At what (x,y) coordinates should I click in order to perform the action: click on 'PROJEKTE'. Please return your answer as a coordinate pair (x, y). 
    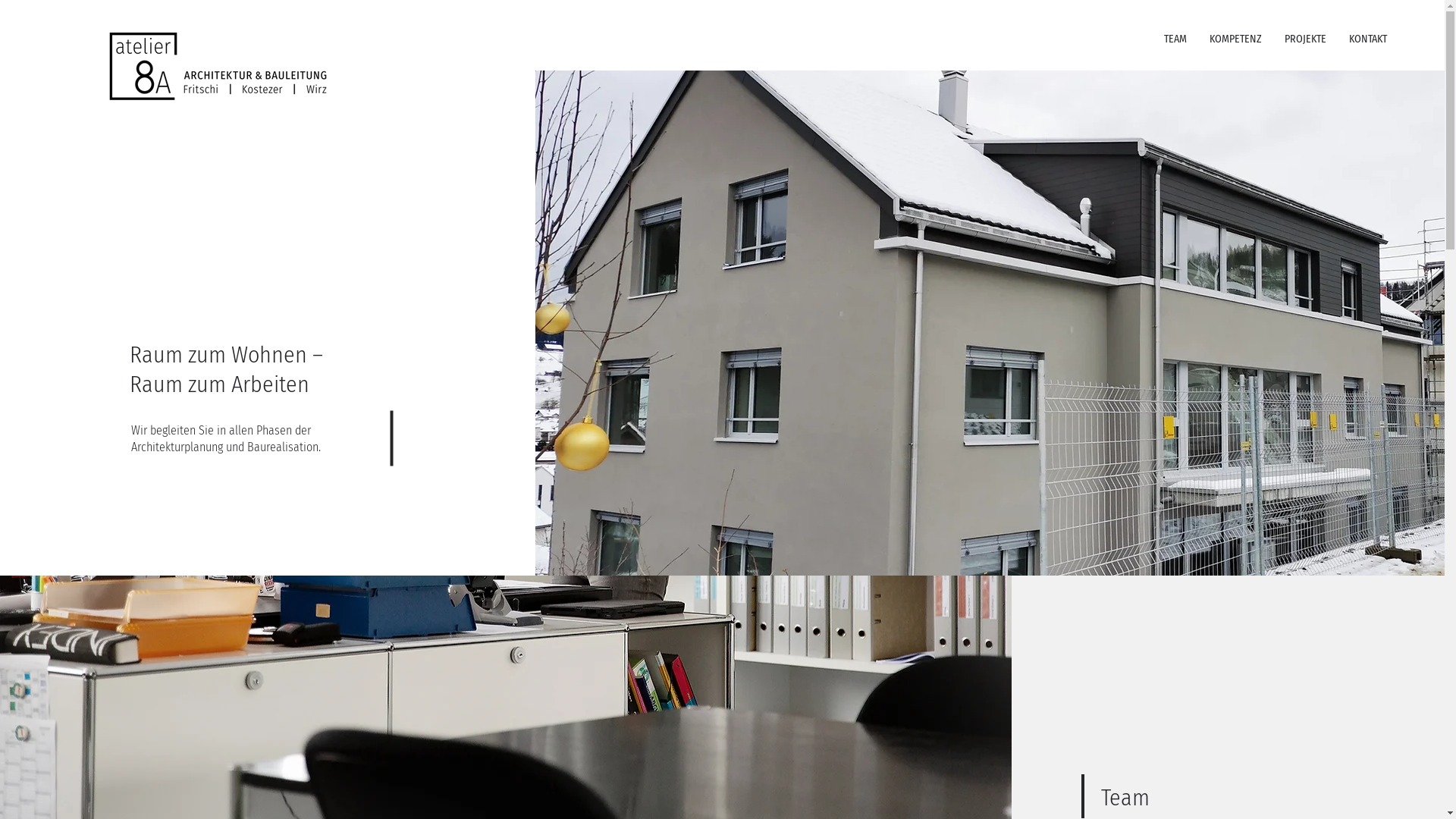
    Looking at the image, I should click on (1304, 38).